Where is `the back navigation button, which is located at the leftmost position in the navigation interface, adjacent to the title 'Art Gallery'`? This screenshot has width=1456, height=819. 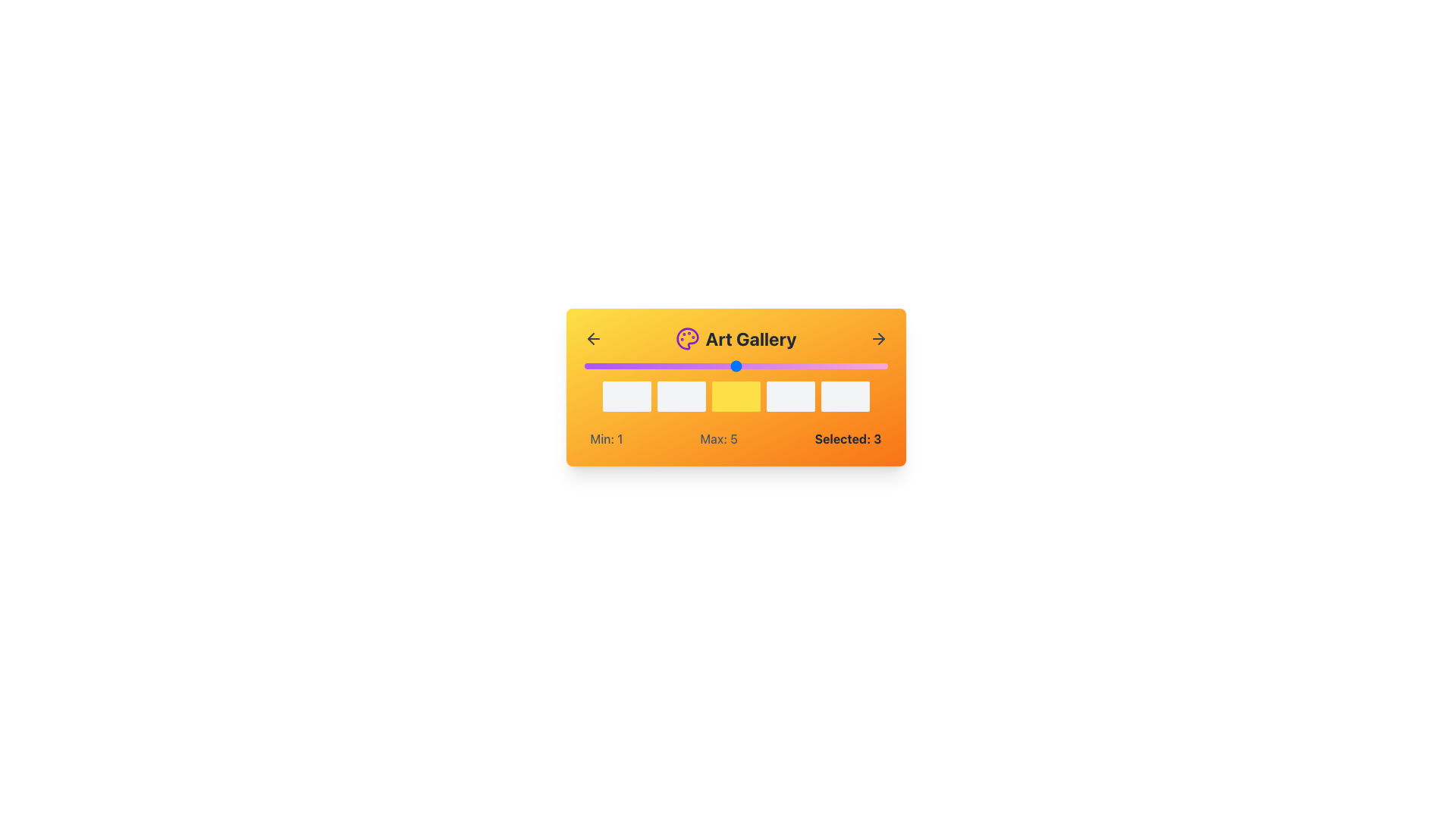 the back navigation button, which is located at the leftmost position in the navigation interface, adjacent to the title 'Art Gallery' is located at coordinates (592, 338).